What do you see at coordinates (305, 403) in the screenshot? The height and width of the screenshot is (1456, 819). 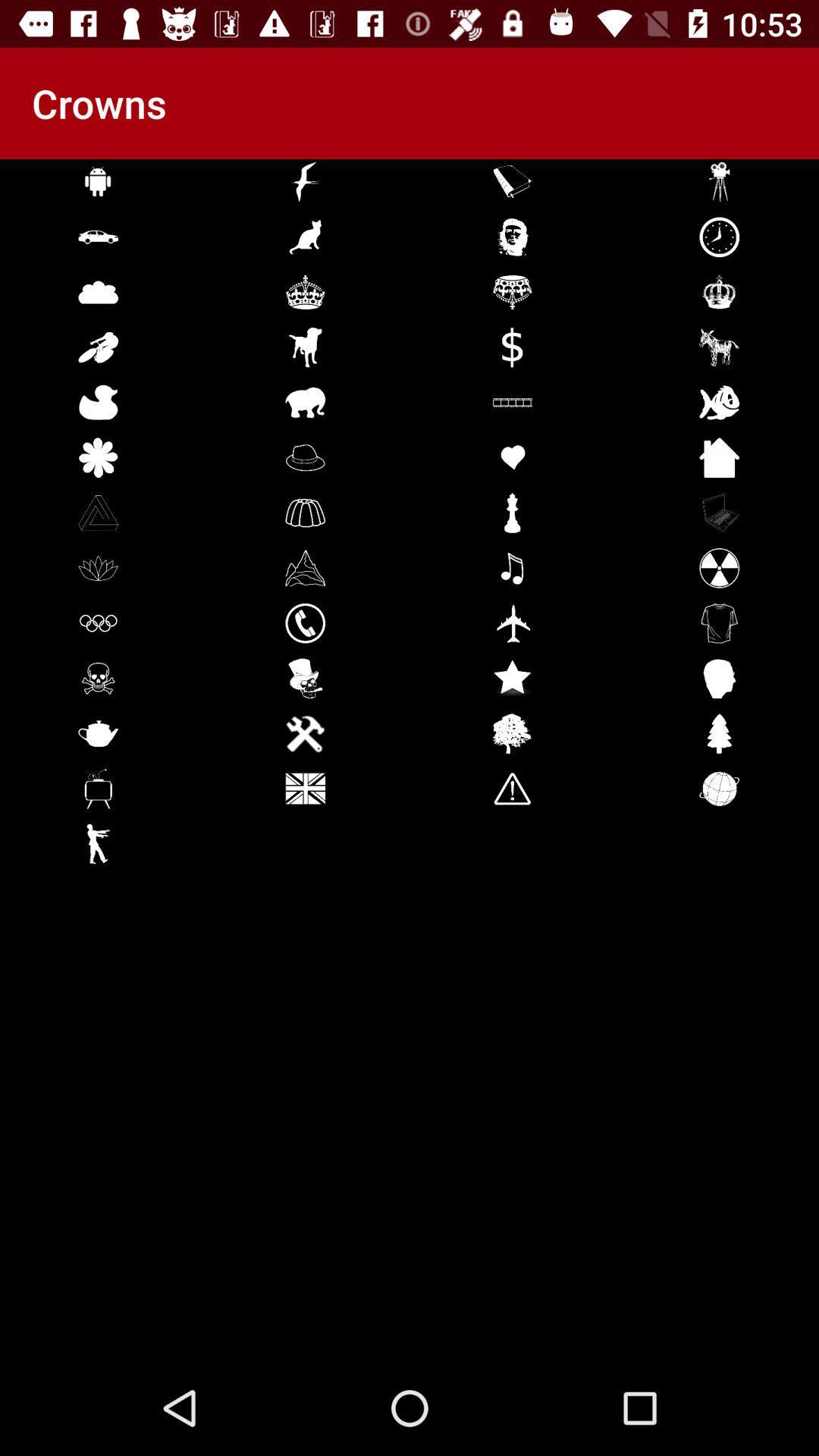 I see `the icon which is at fifth row second column` at bounding box center [305, 403].